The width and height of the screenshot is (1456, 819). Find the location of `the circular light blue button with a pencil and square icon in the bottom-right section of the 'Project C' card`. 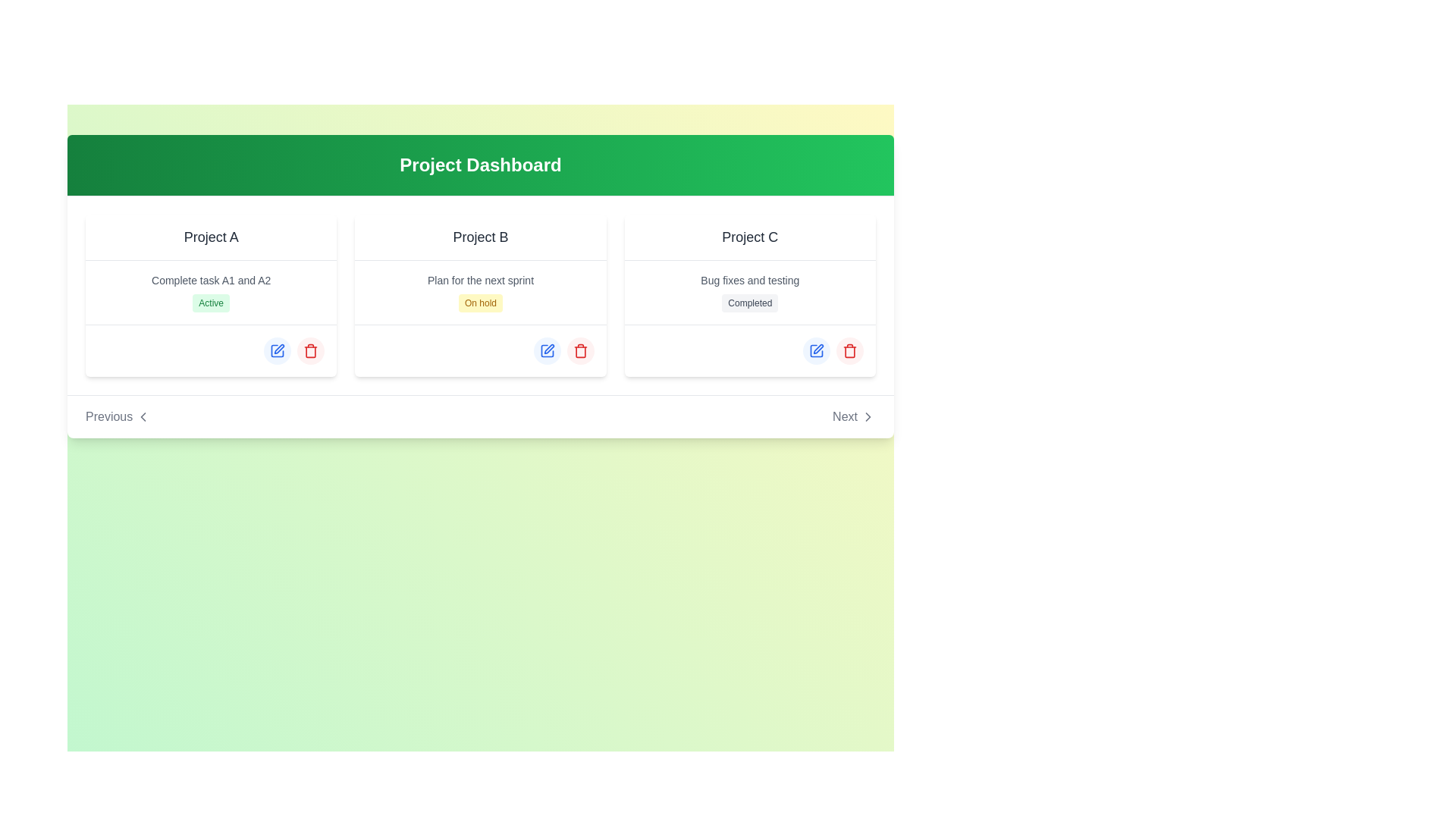

the circular light blue button with a pencil and square icon in the bottom-right section of the 'Project C' card is located at coordinates (815, 350).